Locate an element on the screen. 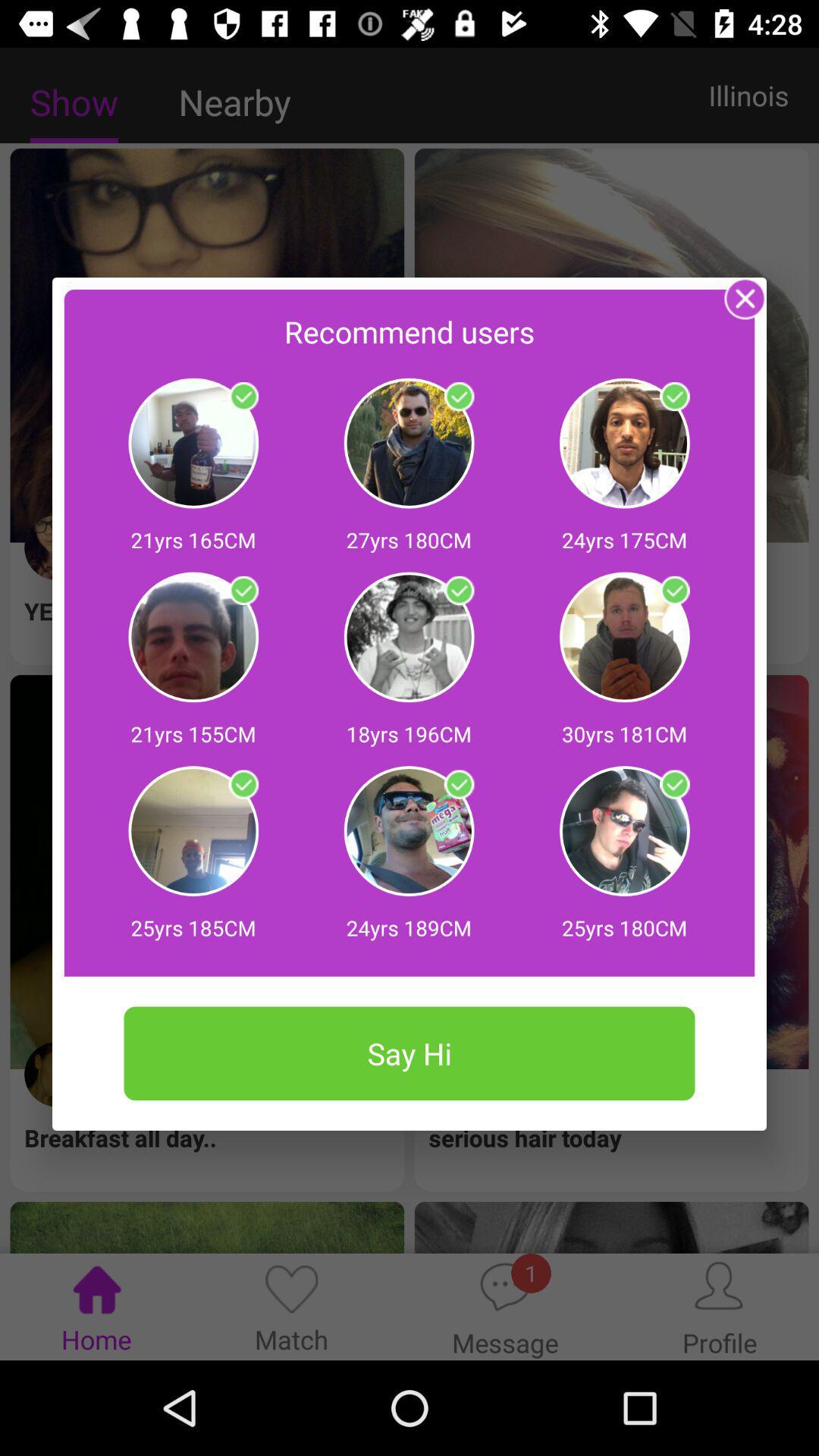 The width and height of the screenshot is (819, 1456). unchecked user is located at coordinates (243, 785).